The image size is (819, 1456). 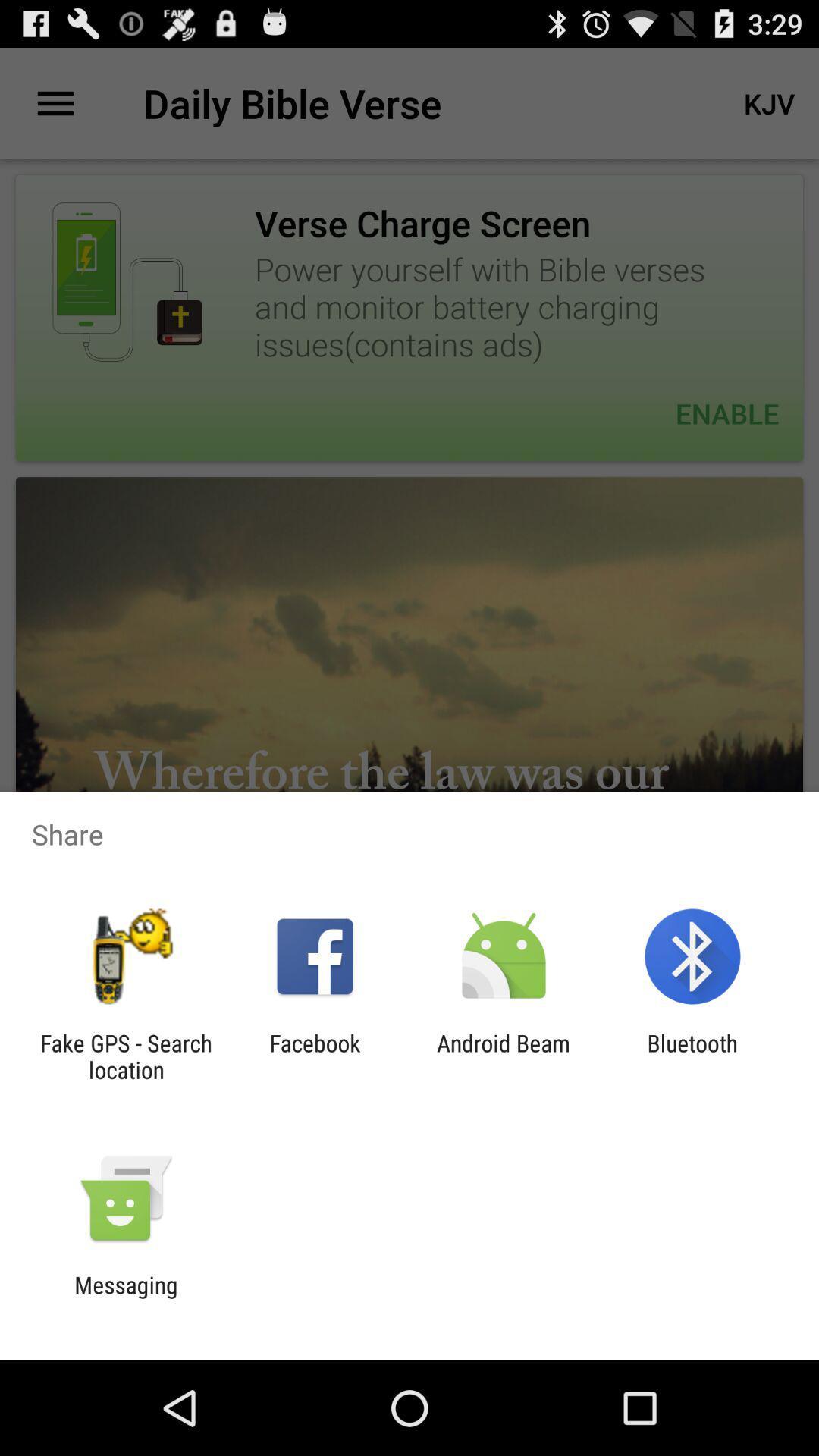 What do you see at coordinates (504, 1056) in the screenshot?
I see `the android beam item` at bounding box center [504, 1056].